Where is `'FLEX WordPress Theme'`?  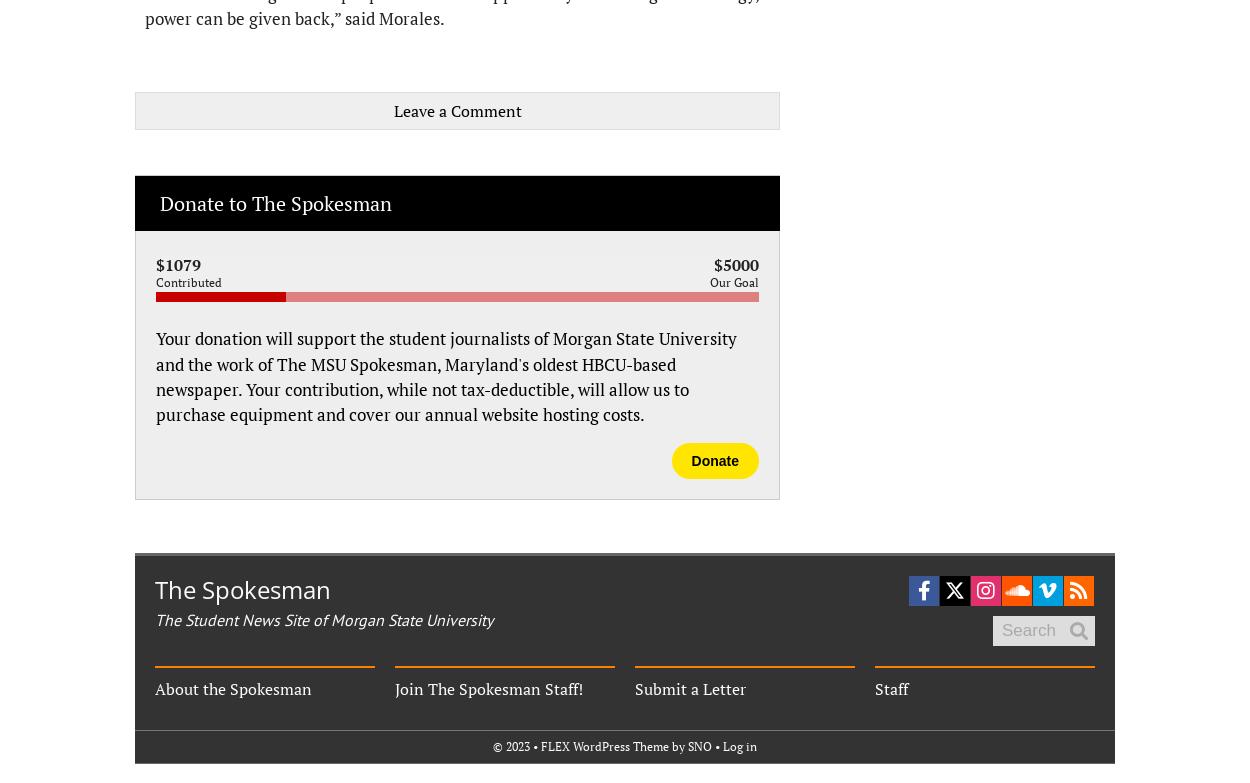
'FLEX WordPress Theme' is located at coordinates (541, 745).